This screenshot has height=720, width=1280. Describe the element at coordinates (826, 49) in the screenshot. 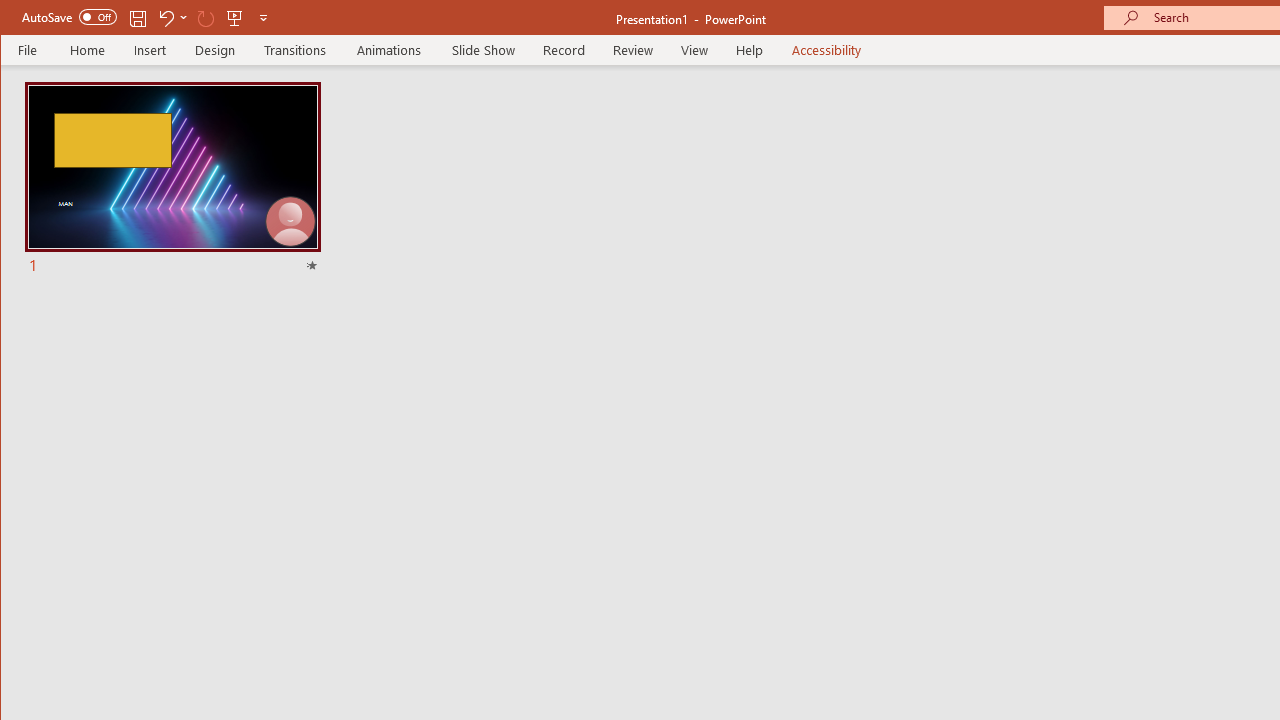

I see `'Accessibility'` at that location.